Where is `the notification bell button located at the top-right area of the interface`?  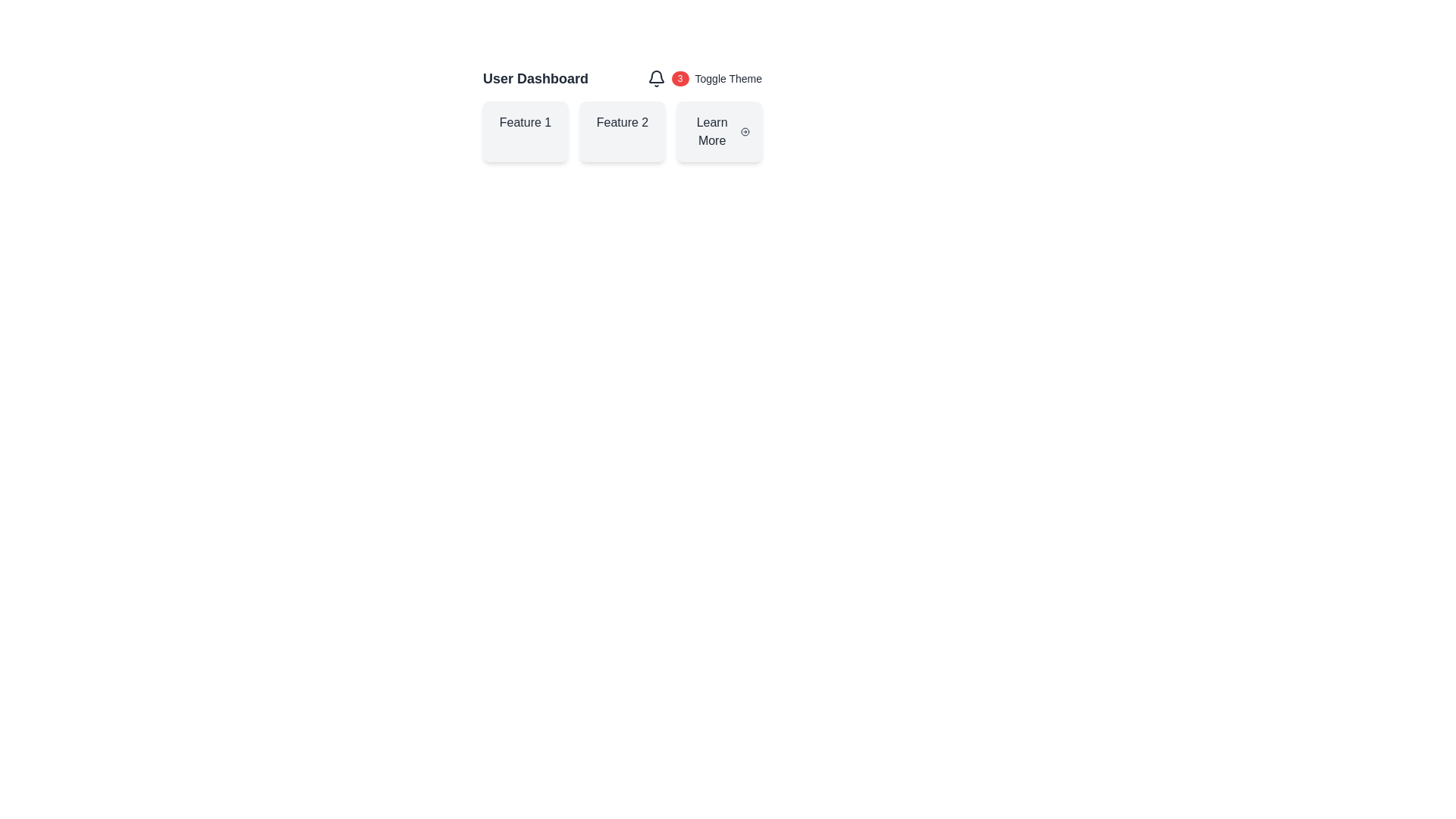 the notification bell button located at the top-right area of the interface is located at coordinates (656, 79).